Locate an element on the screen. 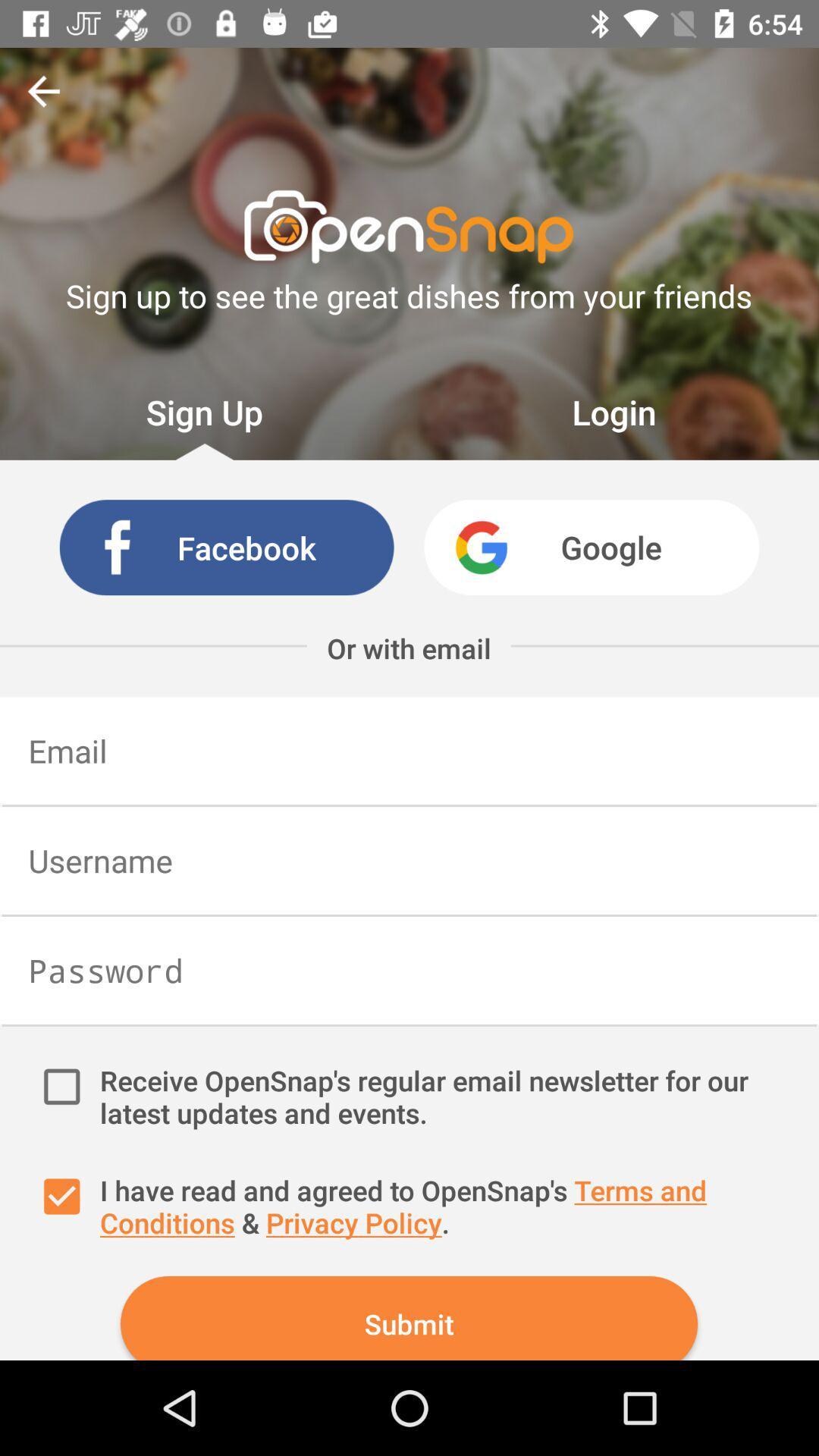 The height and width of the screenshot is (1456, 819). the arrow_backward icon is located at coordinates (42, 90).